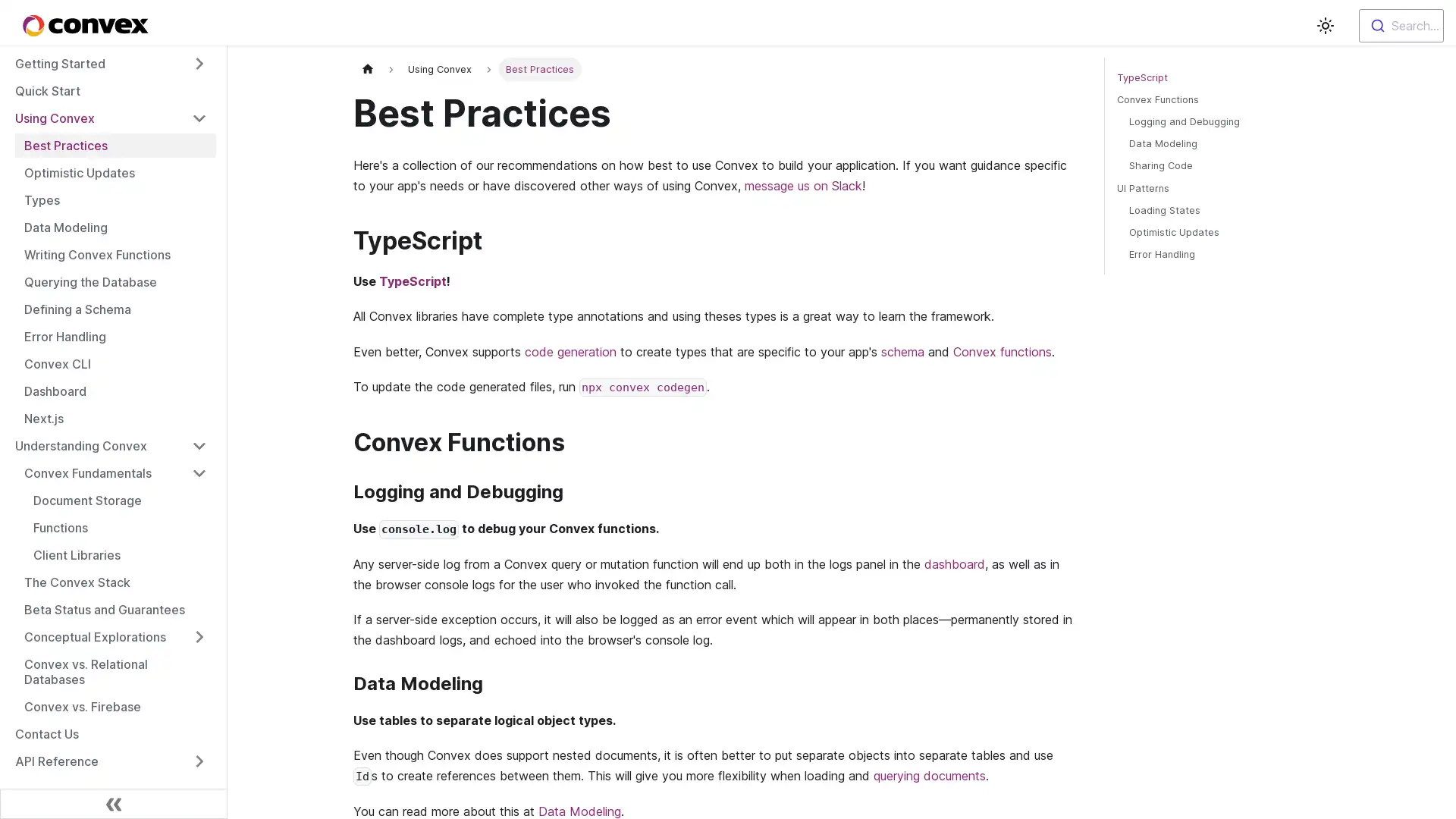  Describe the element at coordinates (1401, 26) in the screenshot. I see `Search...` at that location.